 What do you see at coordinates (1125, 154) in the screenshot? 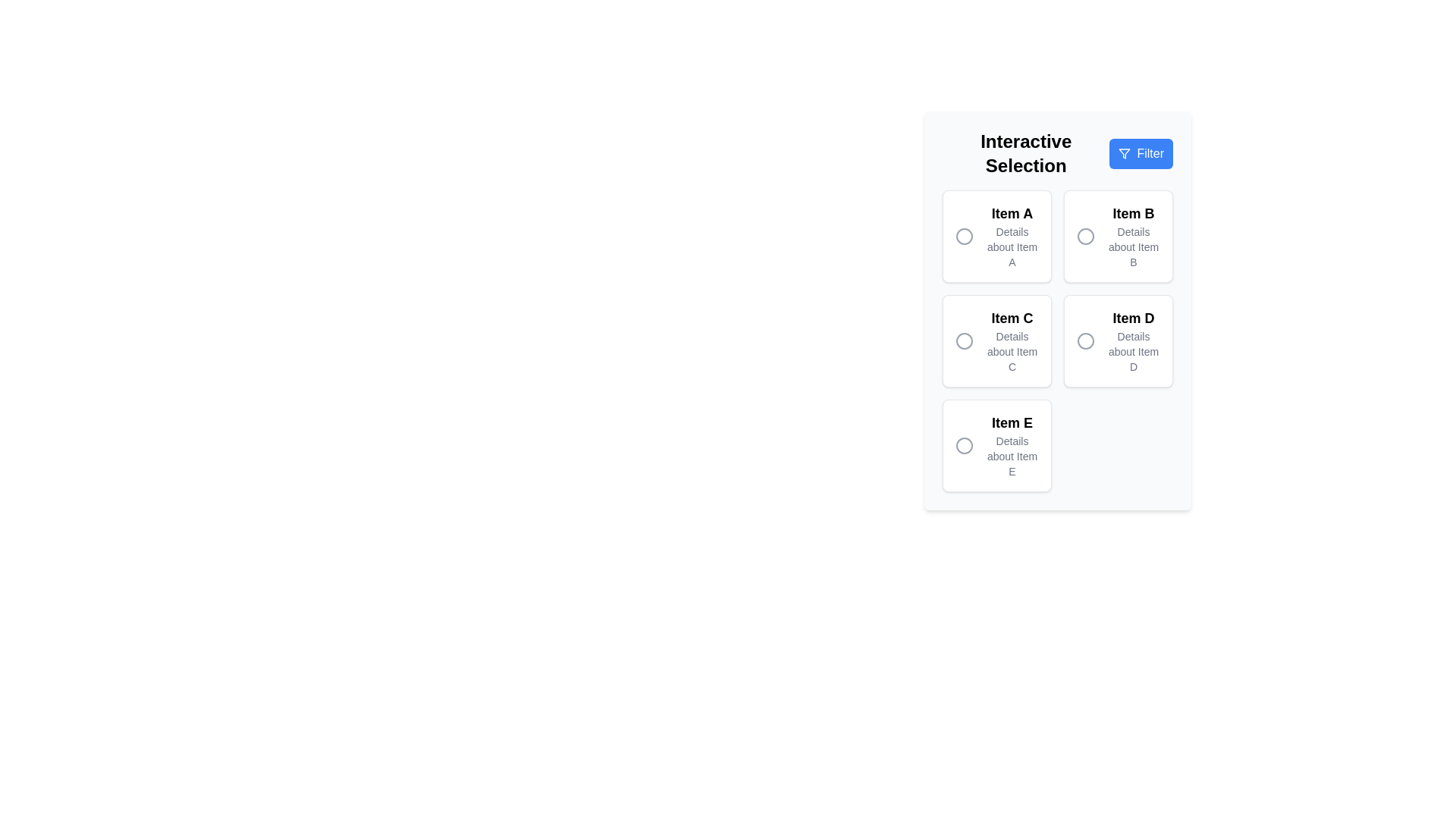
I see `the funnel icon located within the 'Filter' button at the top-right corner of the interactive selection panel` at bounding box center [1125, 154].